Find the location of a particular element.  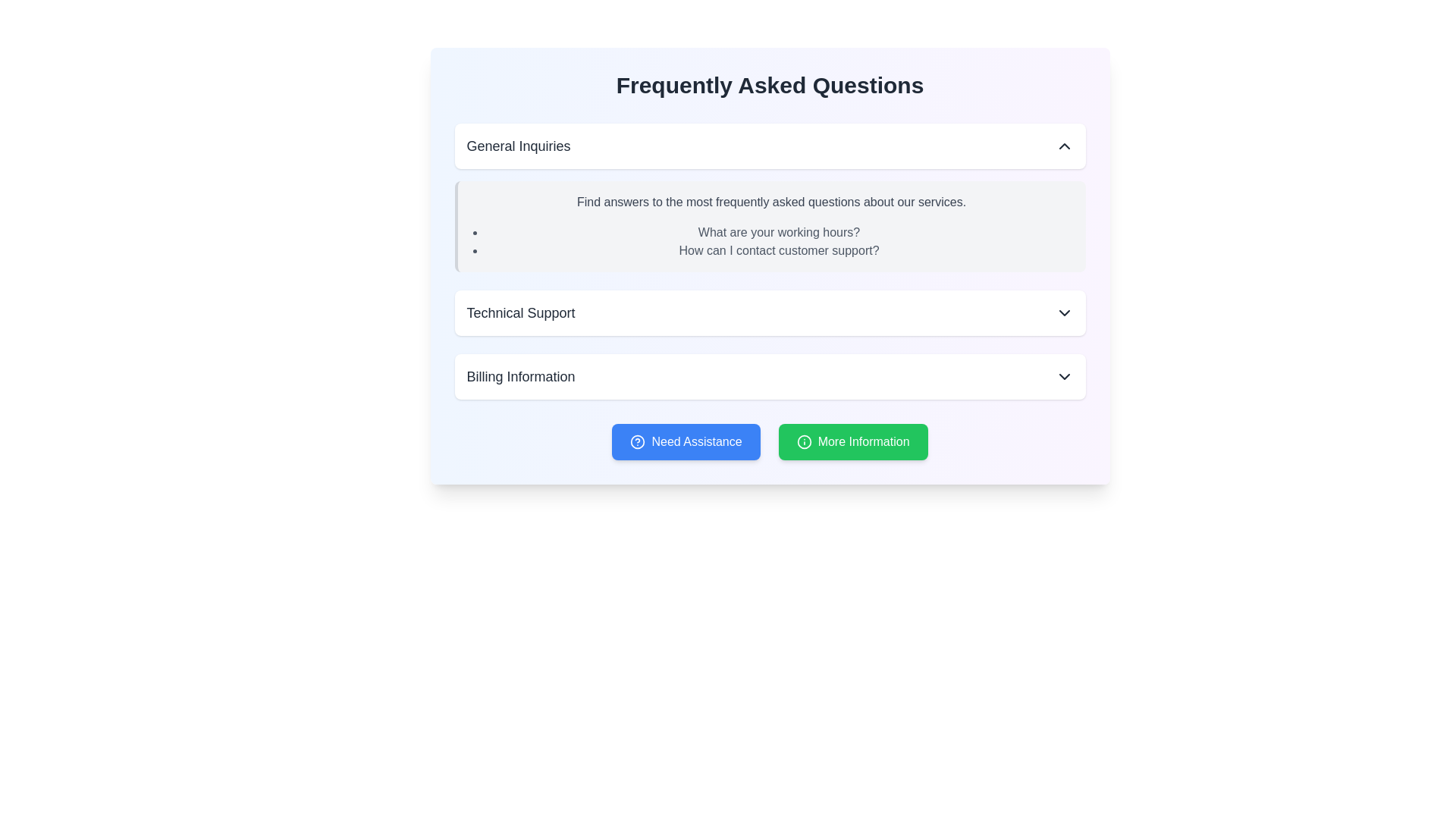

the upward-pointing chevron arrow icon located at the far right of the 'General Inquiries' section header, which signifies the possibility is located at coordinates (1063, 146).